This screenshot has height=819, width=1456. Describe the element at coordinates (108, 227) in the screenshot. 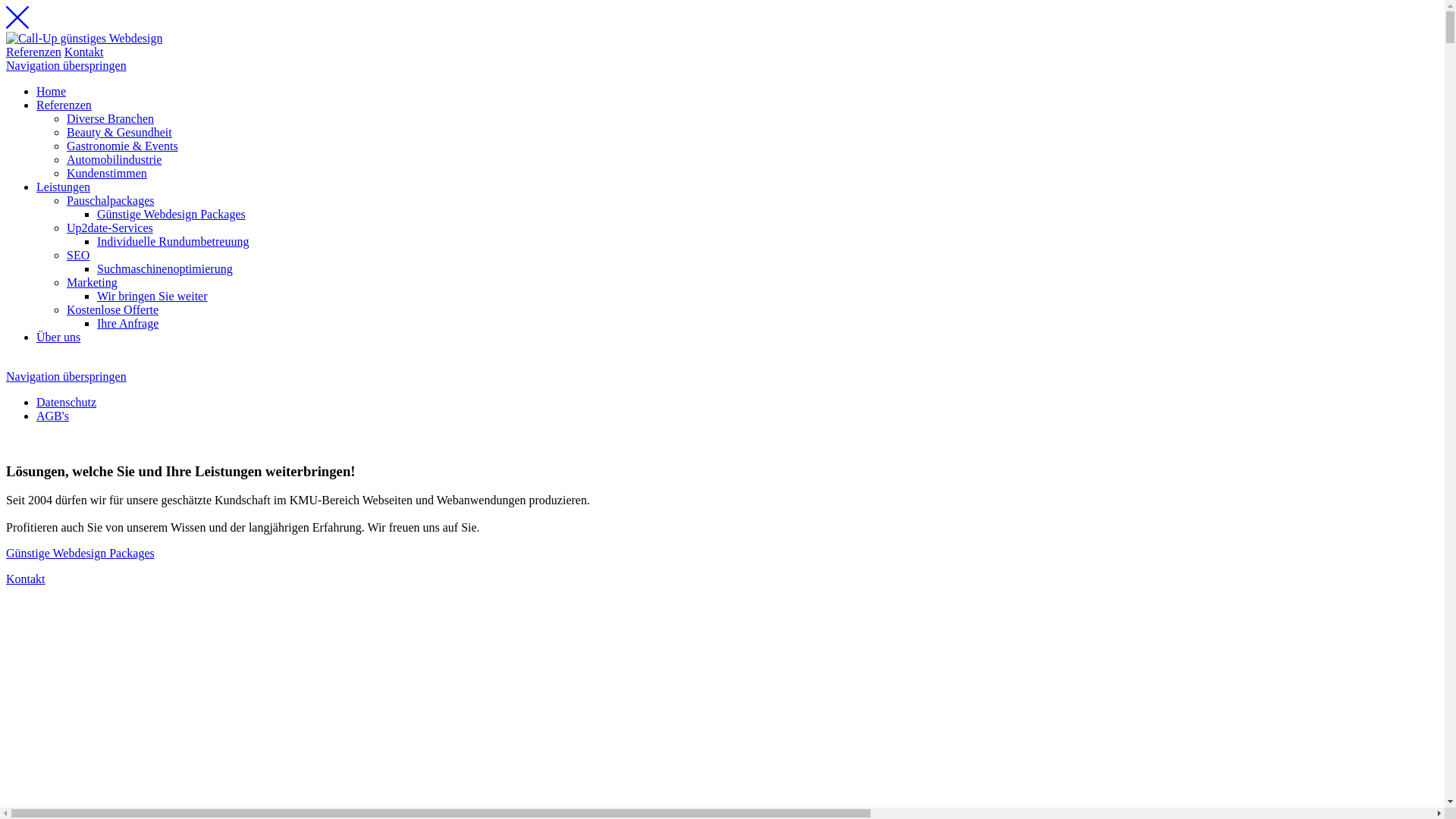

I see `'Up2date-Services'` at that location.